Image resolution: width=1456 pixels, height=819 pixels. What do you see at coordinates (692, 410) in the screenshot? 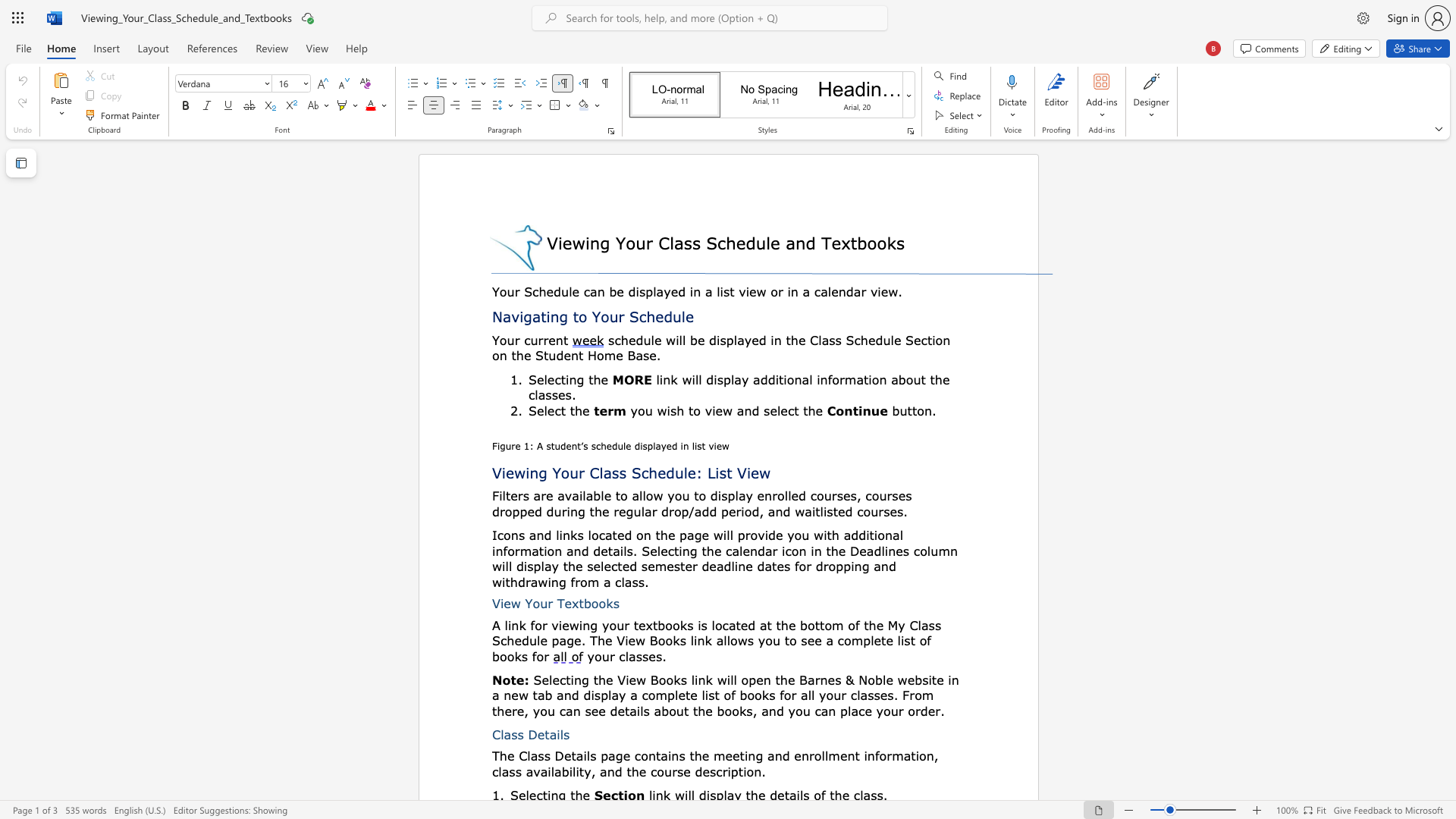
I see `the subset text "o view and s" within the text "you wish to view and select the"` at bounding box center [692, 410].